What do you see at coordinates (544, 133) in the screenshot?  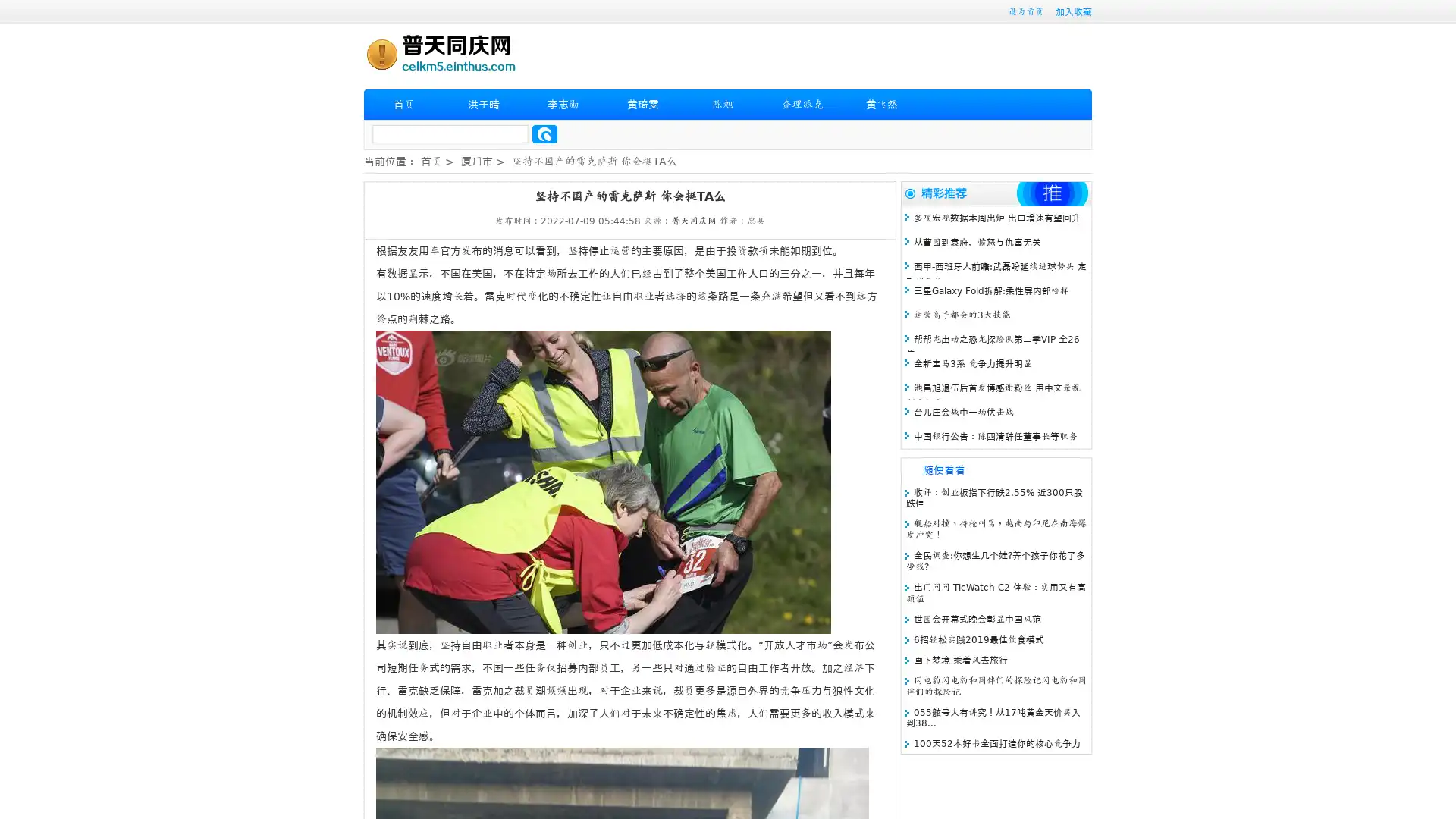 I see `Search` at bounding box center [544, 133].